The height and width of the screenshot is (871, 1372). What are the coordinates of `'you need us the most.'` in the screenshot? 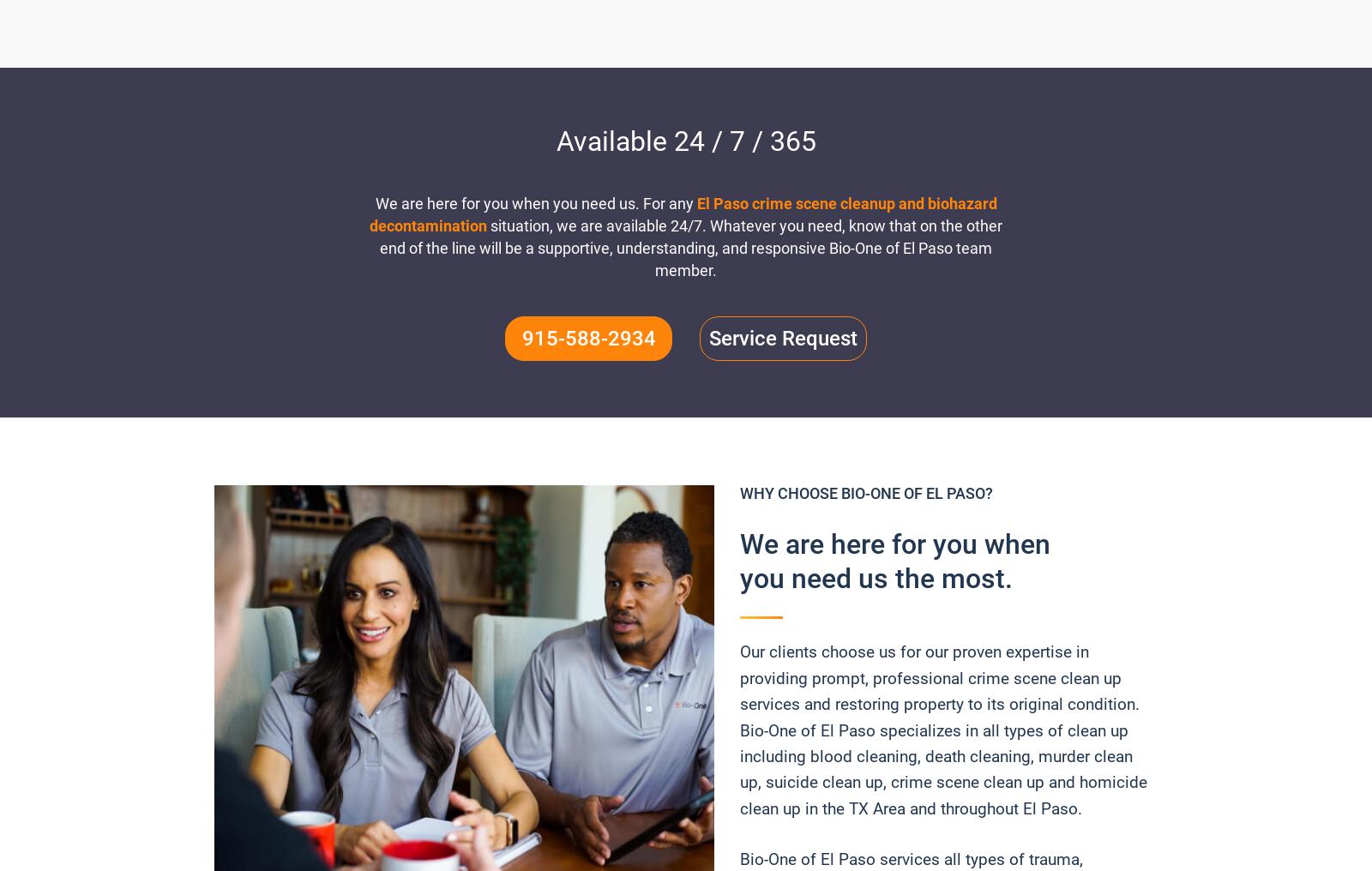 It's located at (876, 578).